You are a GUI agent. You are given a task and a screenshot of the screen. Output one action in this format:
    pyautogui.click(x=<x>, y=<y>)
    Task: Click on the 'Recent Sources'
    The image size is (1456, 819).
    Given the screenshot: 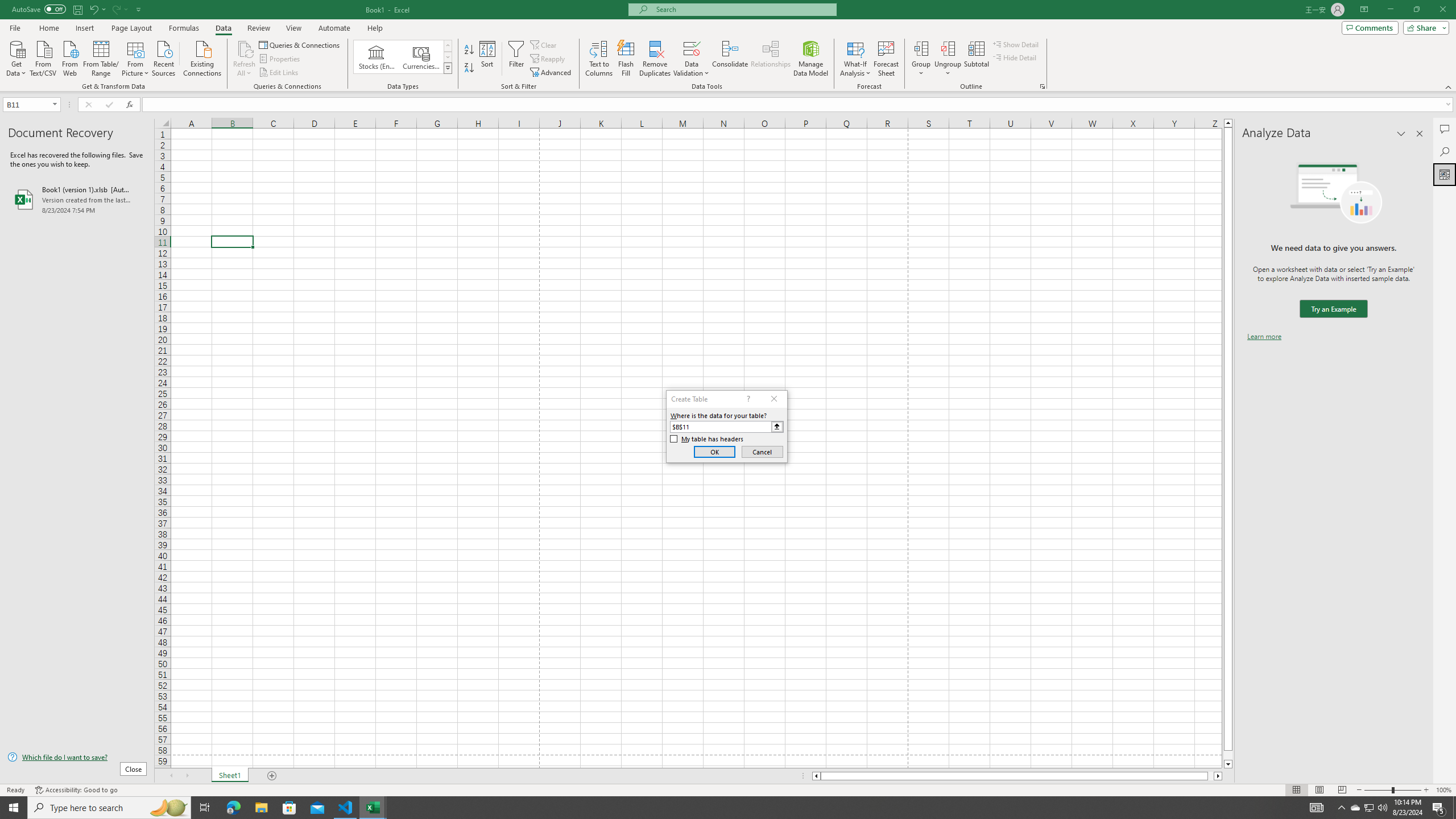 What is the action you would take?
    pyautogui.click(x=164, y=57)
    